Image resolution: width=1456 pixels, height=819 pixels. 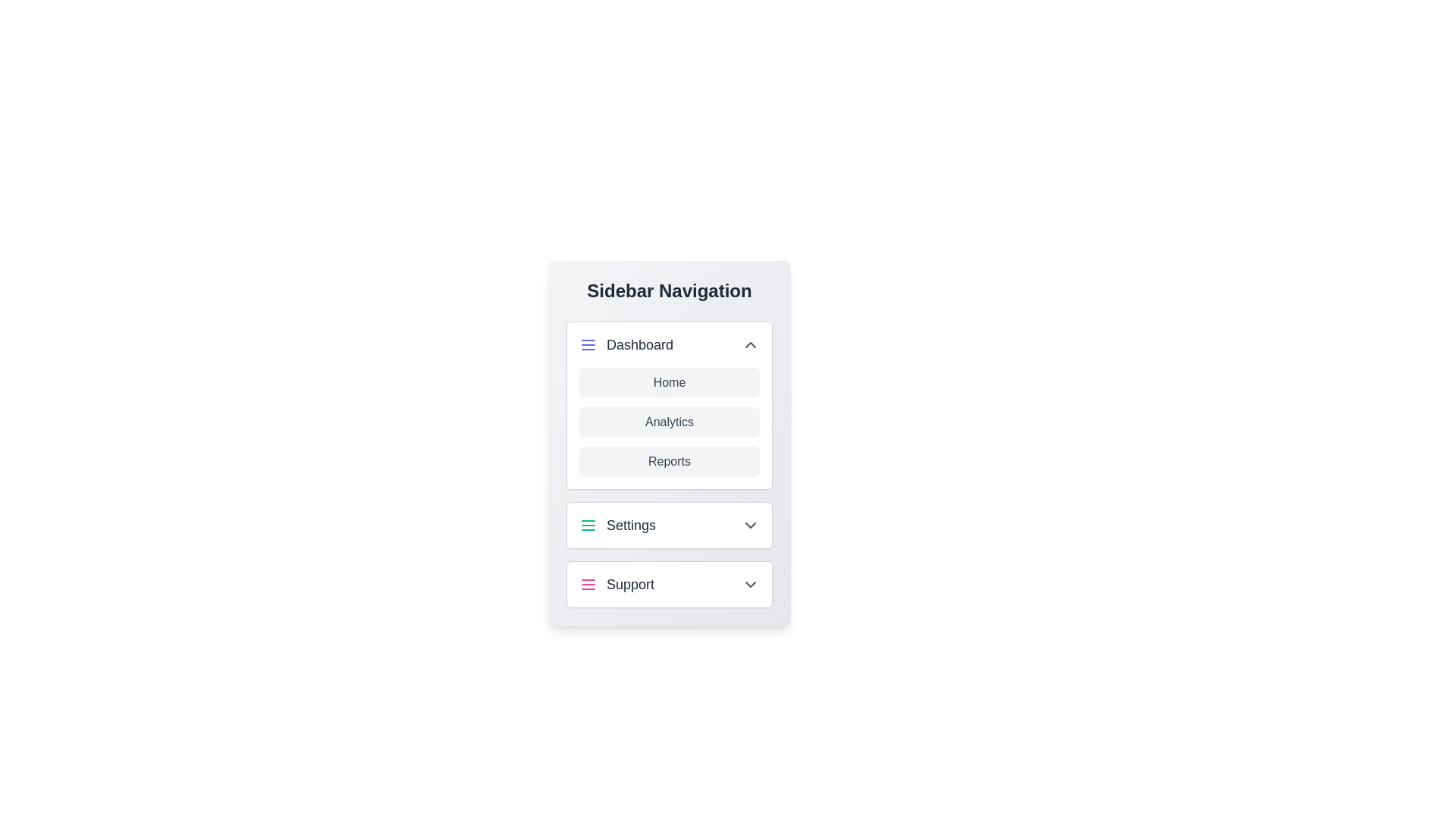 What do you see at coordinates (750, 525) in the screenshot?
I see `the chevron icon on the far right side of the 'Settings' option in the sidebar` at bounding box center [750, 525].